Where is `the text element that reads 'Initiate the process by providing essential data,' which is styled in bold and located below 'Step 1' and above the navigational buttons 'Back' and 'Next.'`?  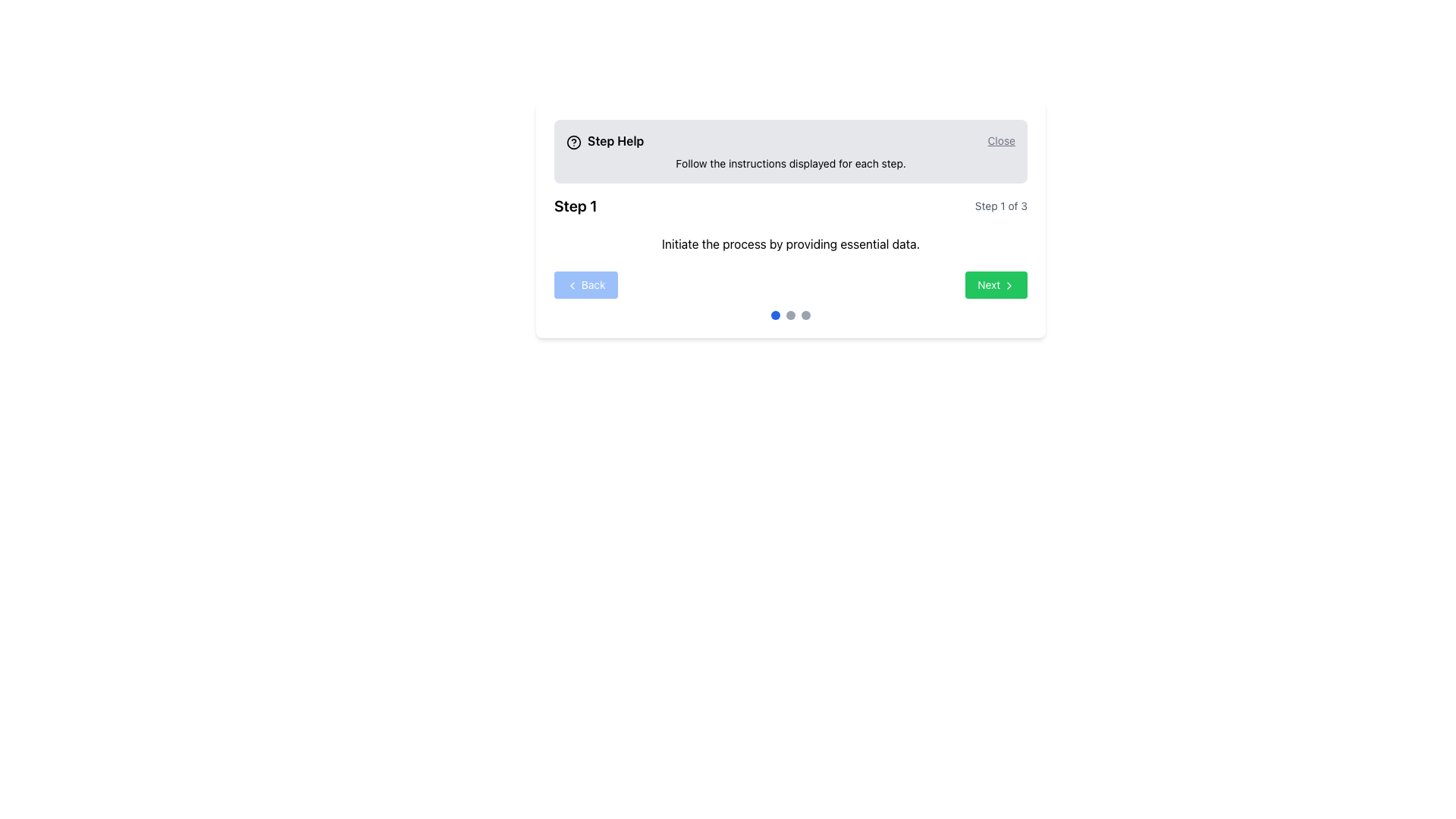
the text element that reads 'Initiate the process by providing essential data,' which is styled in bold and located below 'Step 1' and above the navigational buttons 'Back' and 'Next.' is located at coordinates (789, 243).